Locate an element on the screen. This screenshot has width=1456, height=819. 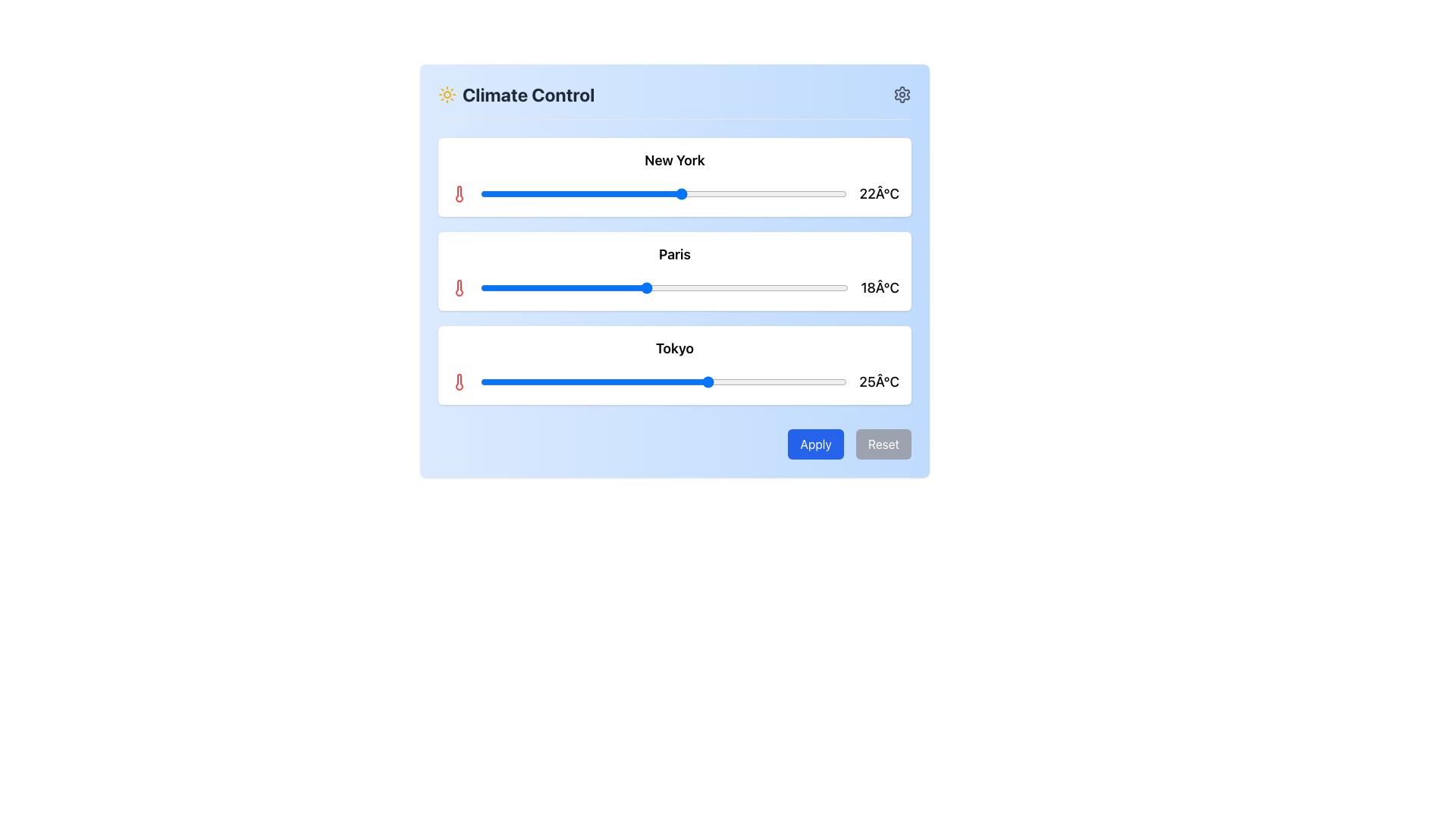
the temperature value is located at coordinates (479, 193).